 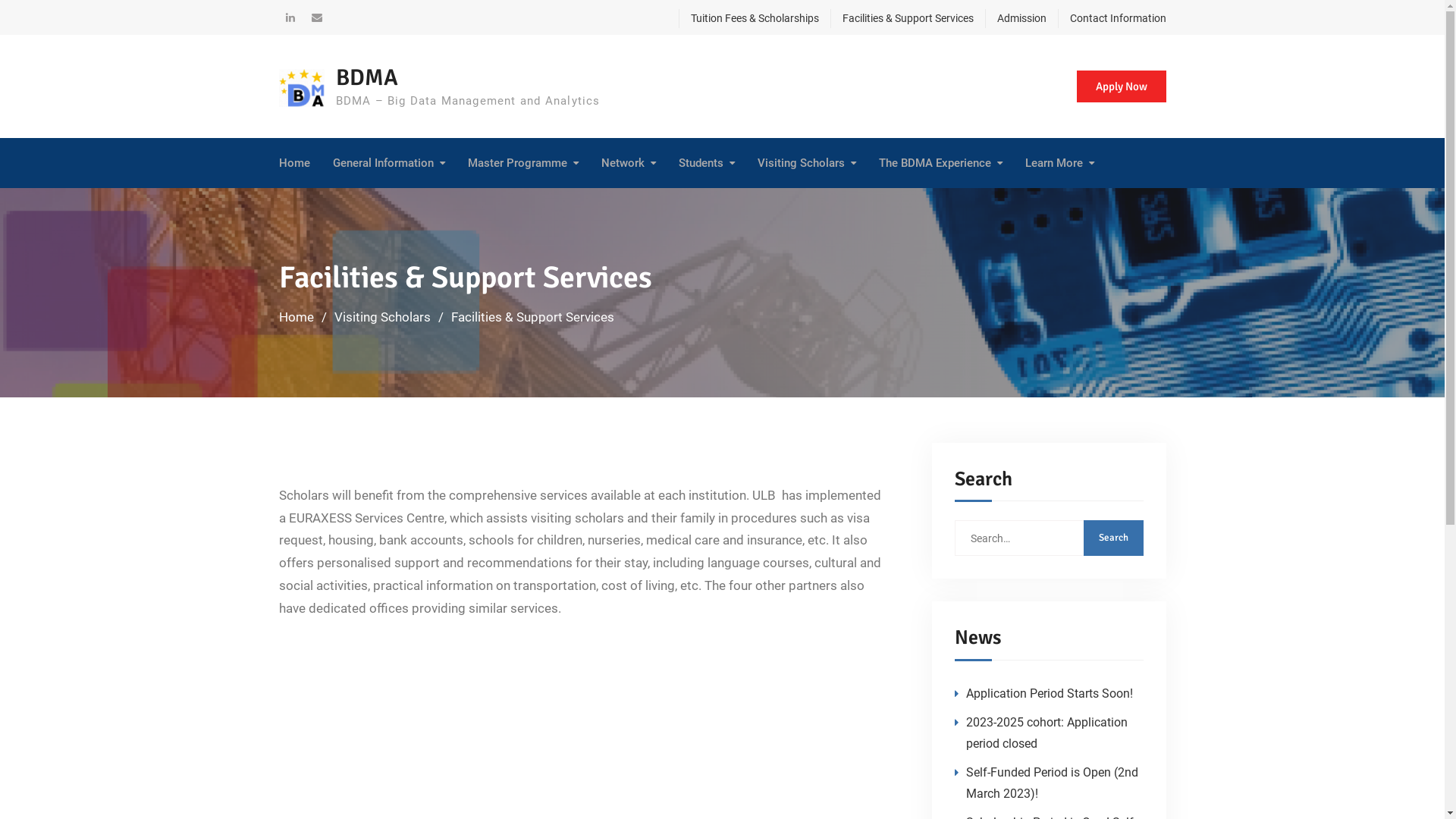 I want to click on 'LinkedIn', so click(x=290, y=17).